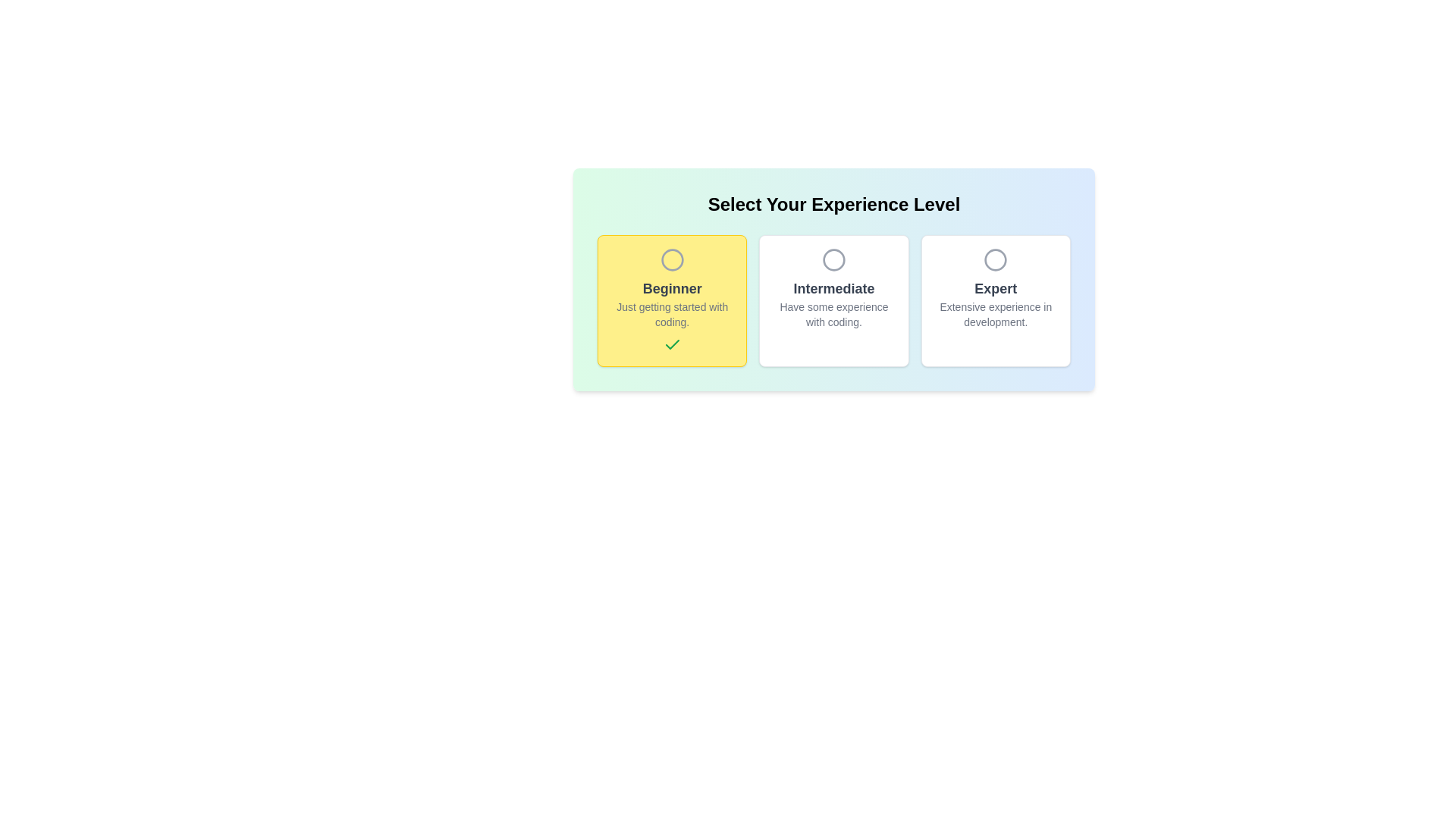 This screenshot has width=1456, height=819. Describe the element at coordinates (671, 259) in the screenshot. I see `the circular icon with a diameter of 20 pixels, which is part of the 'Beginner' selection panel with a yellow background and bold black text, located at the top-left corner of the panel` at that location.